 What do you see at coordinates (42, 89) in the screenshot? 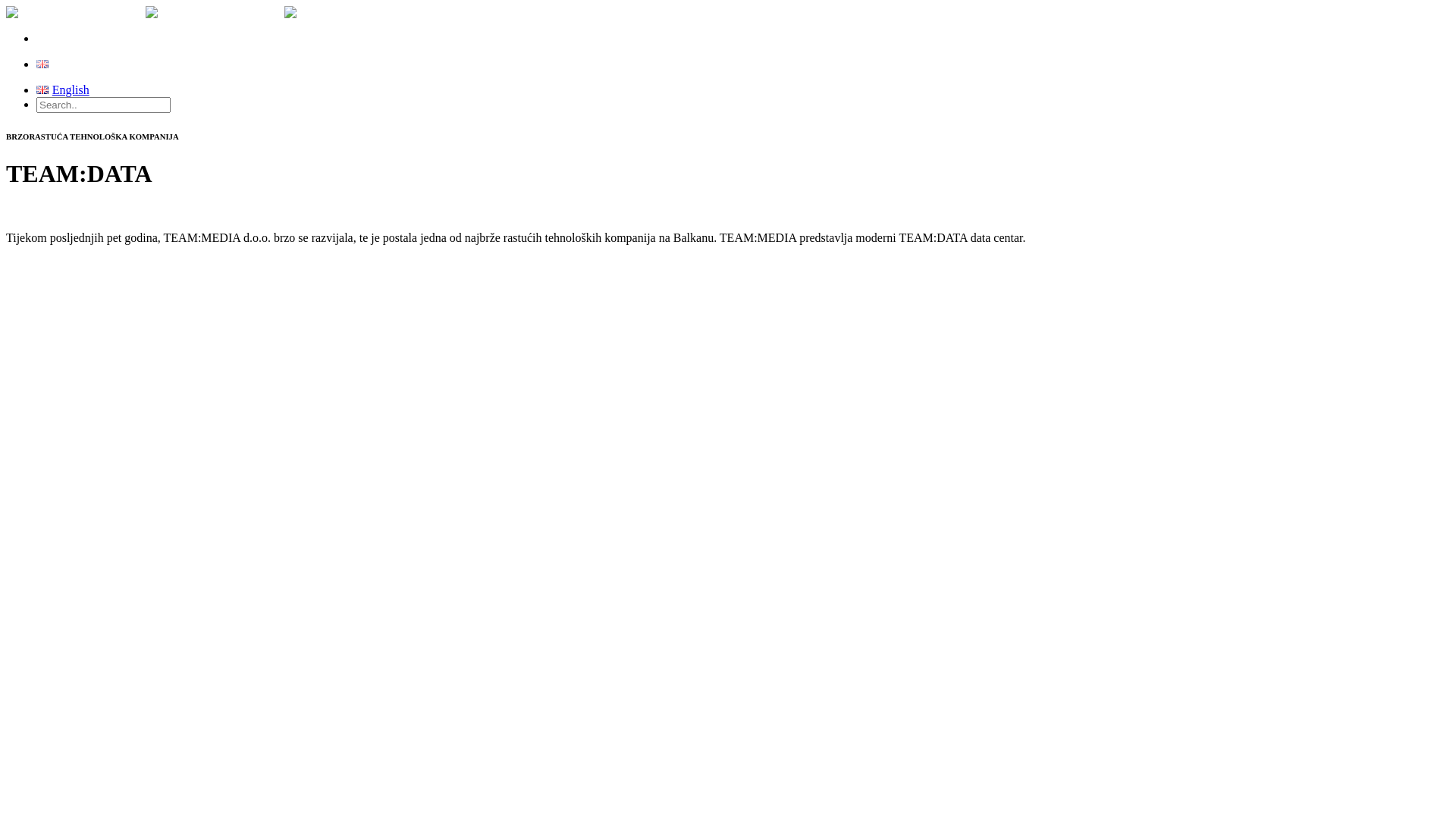
I see `'English'` at bounding box center [42, 89].